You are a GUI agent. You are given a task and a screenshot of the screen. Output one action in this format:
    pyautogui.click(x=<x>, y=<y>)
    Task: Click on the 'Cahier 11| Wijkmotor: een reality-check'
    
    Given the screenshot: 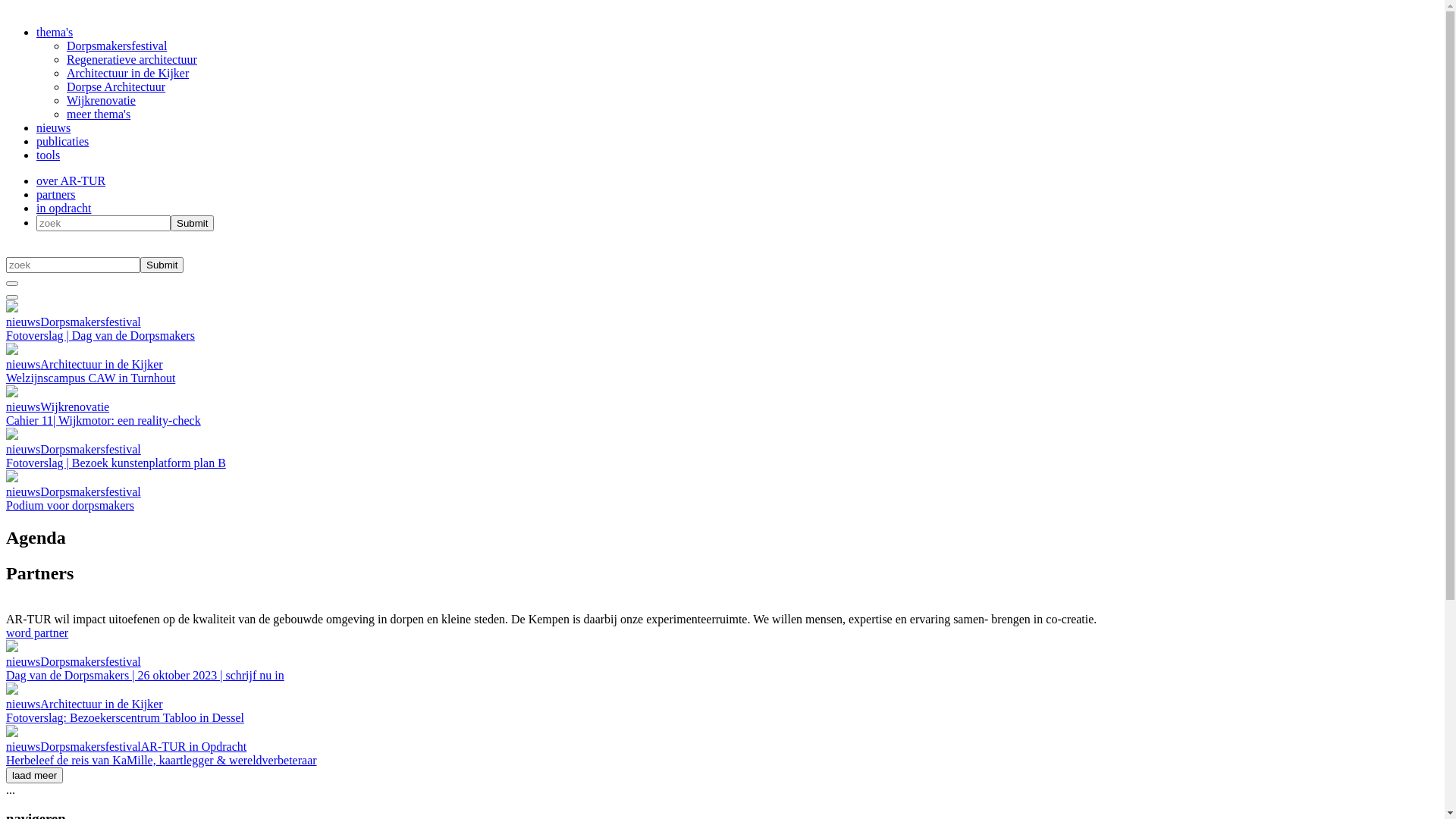 What is the action you would take?
    pyautogui.click(x=6, y=420)
    